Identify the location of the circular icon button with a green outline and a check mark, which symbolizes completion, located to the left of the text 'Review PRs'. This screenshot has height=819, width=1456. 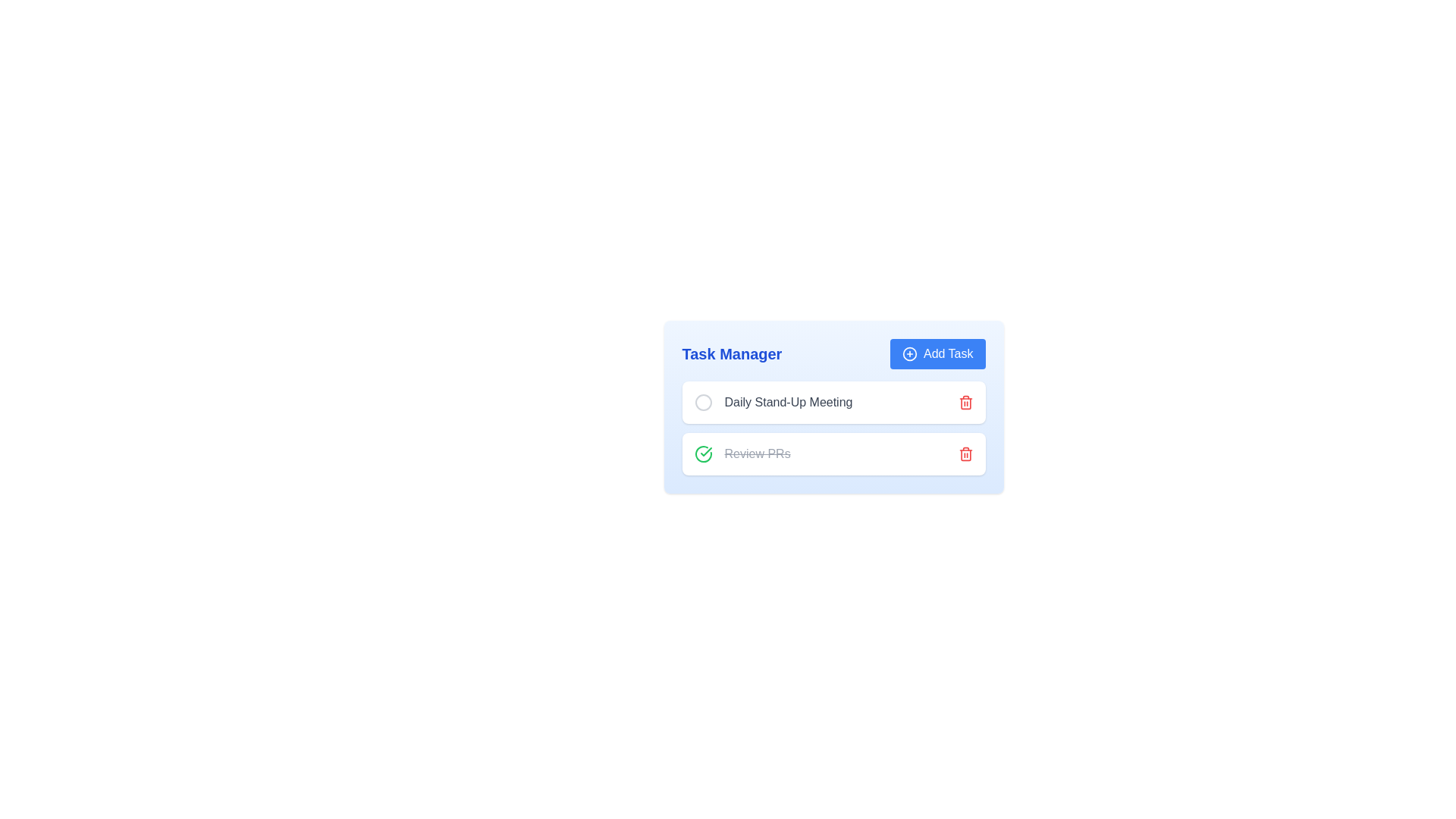
(702, 453).